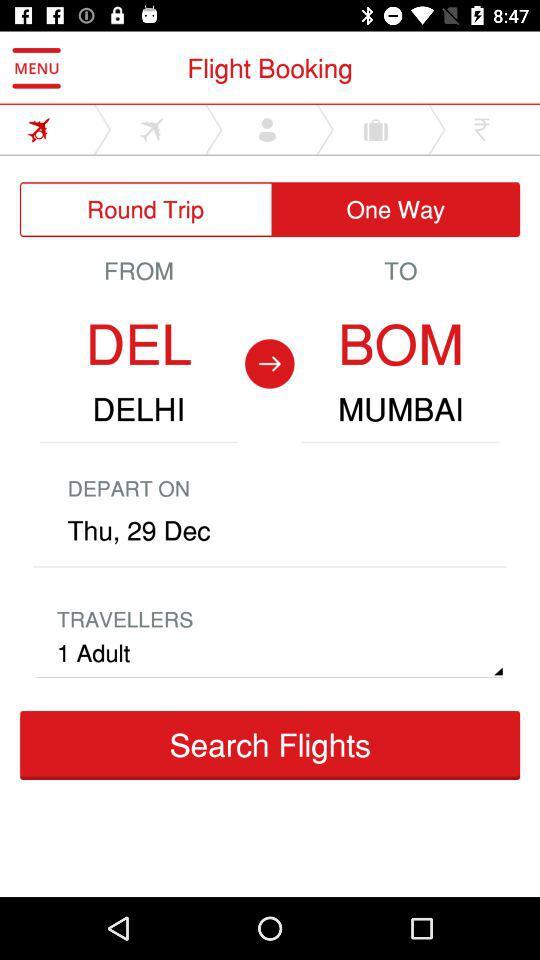 The image size is (540, 960). What do you see at coordinates (395, 209) in the screenshot?
I see `the text one way` at bounding box center [395, 209].